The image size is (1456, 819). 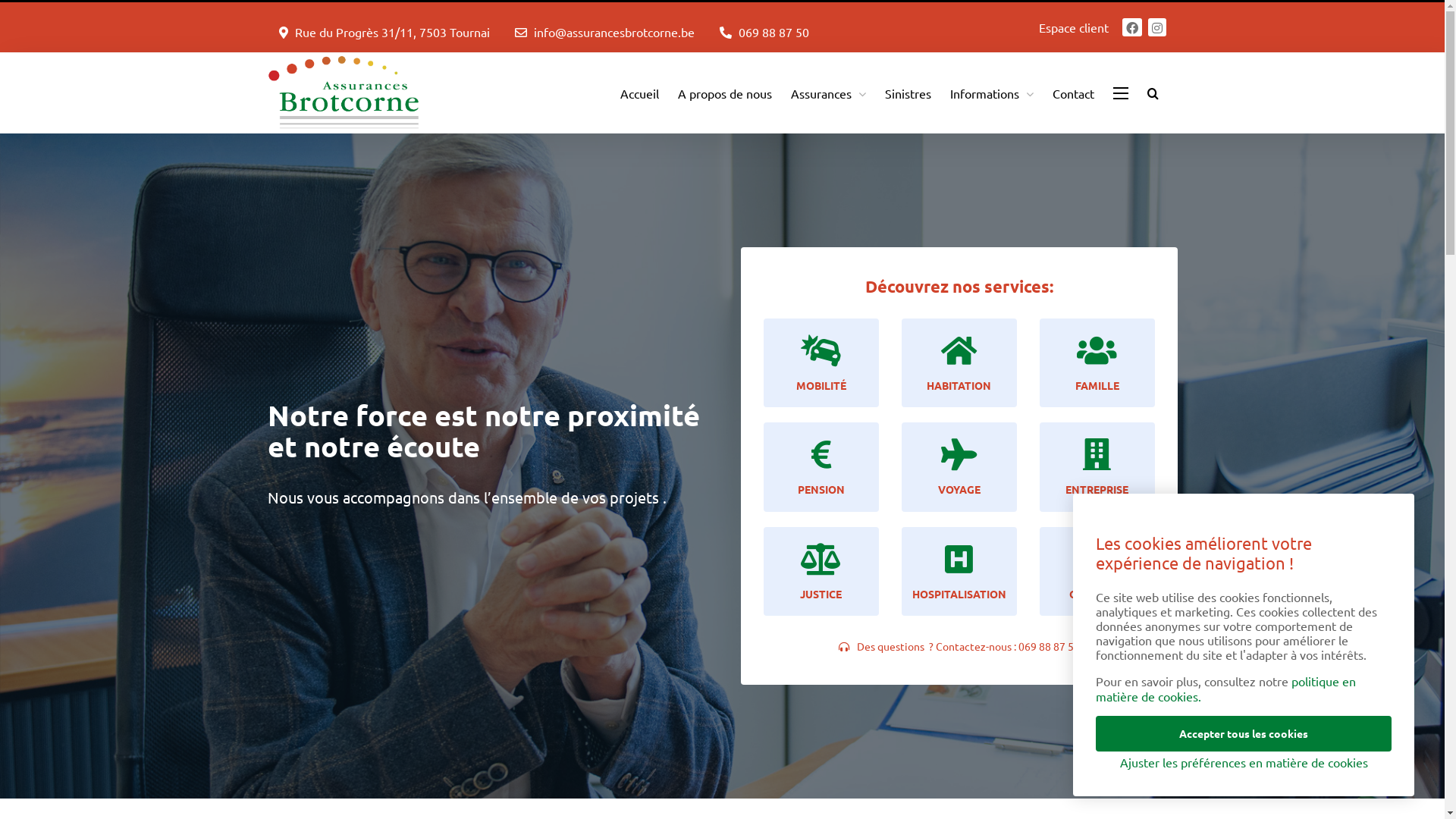 I want to click on 'Accepter tous les cookies', so click(x=1244, y=733).